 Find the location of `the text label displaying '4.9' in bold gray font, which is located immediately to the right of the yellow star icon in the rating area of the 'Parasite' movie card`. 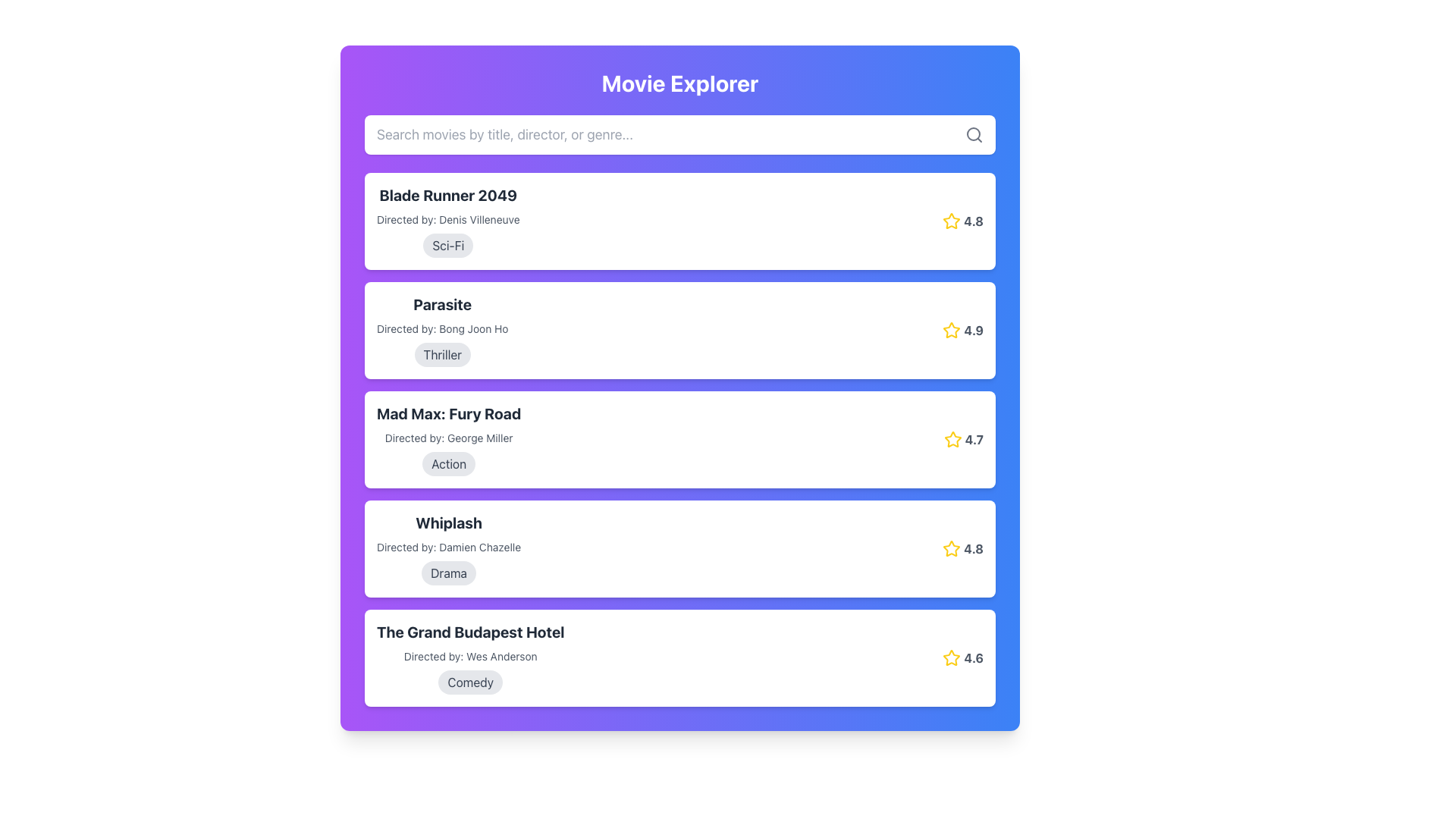

the text label displaying '4.9' in bold gray font, which is located immediately to the right of the yellow star icon in the rating area of the 'Parasite' movie card is located at coordinates (974, 329).